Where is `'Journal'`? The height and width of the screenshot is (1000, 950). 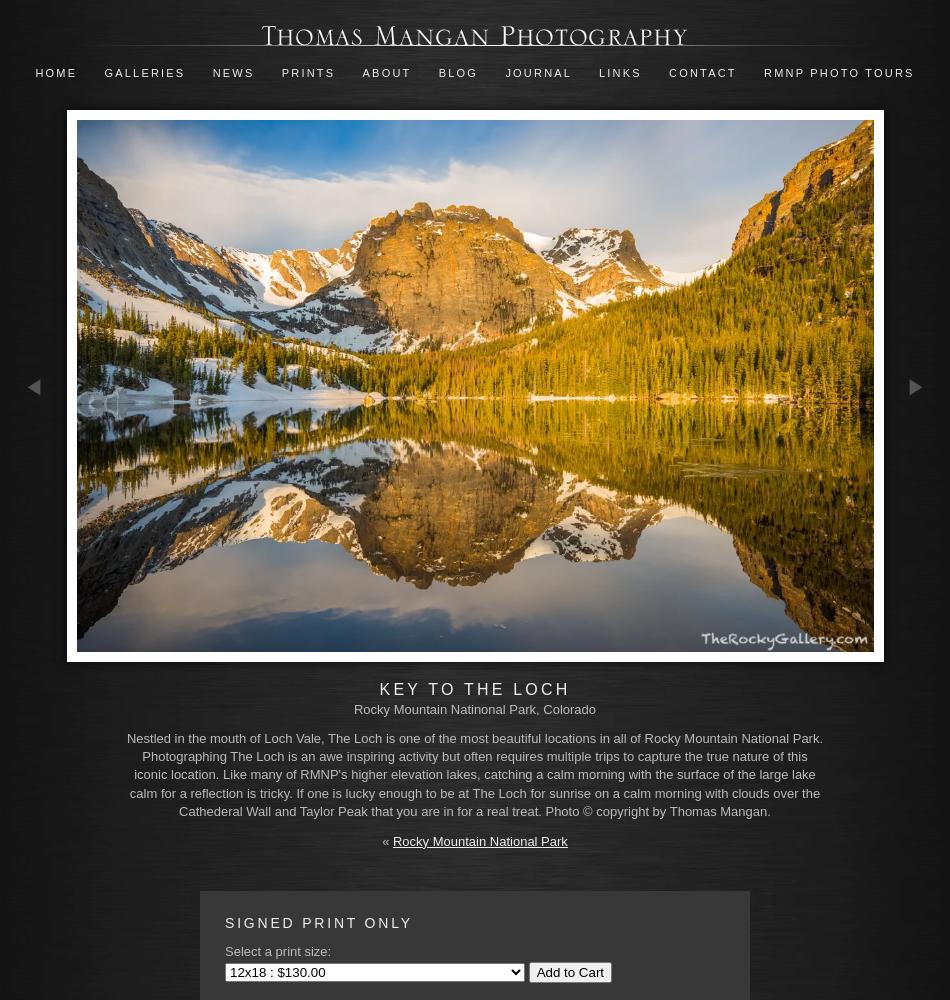 'Journal' is located at coordinates (540, 72).